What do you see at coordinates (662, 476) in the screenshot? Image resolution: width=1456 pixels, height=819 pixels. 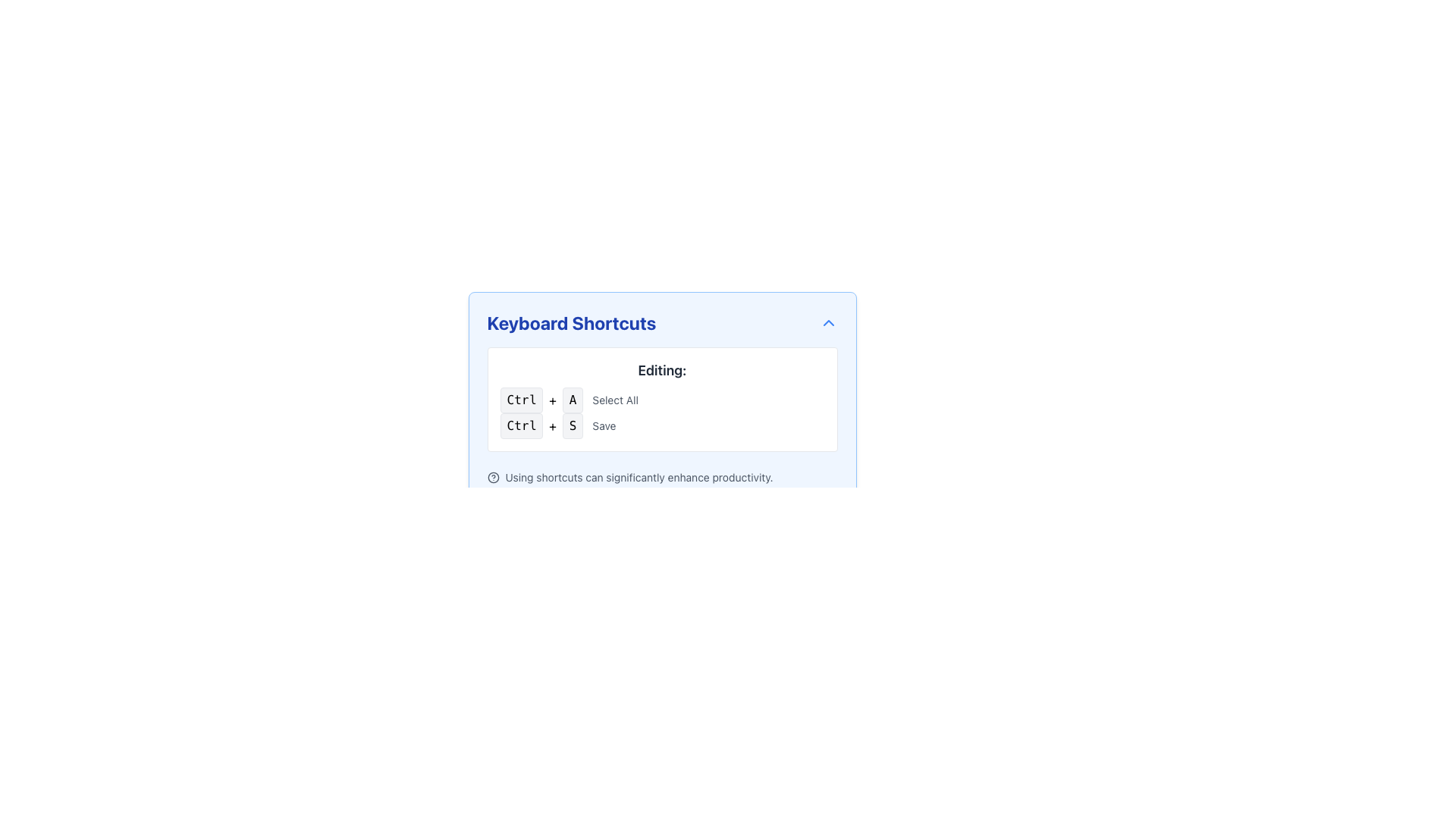 I see `the help icon located at the bottom of the 'Keyboard Shortcuts' section, which provides users with productivity advice regarding shortcut usage` at bounding box center [662, 476].